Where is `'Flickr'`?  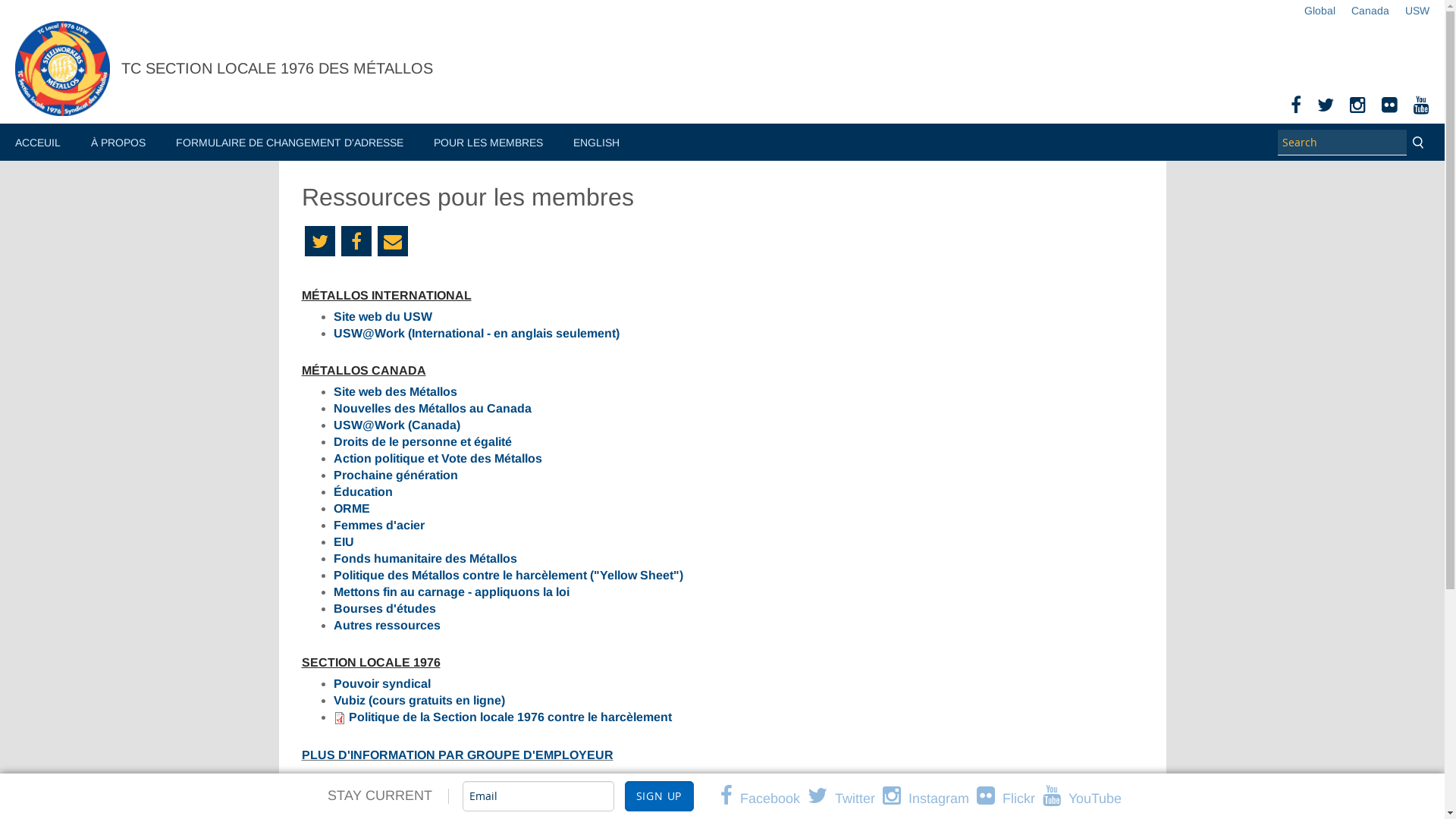 'Flickr' is located at coordinates (1009, 798).